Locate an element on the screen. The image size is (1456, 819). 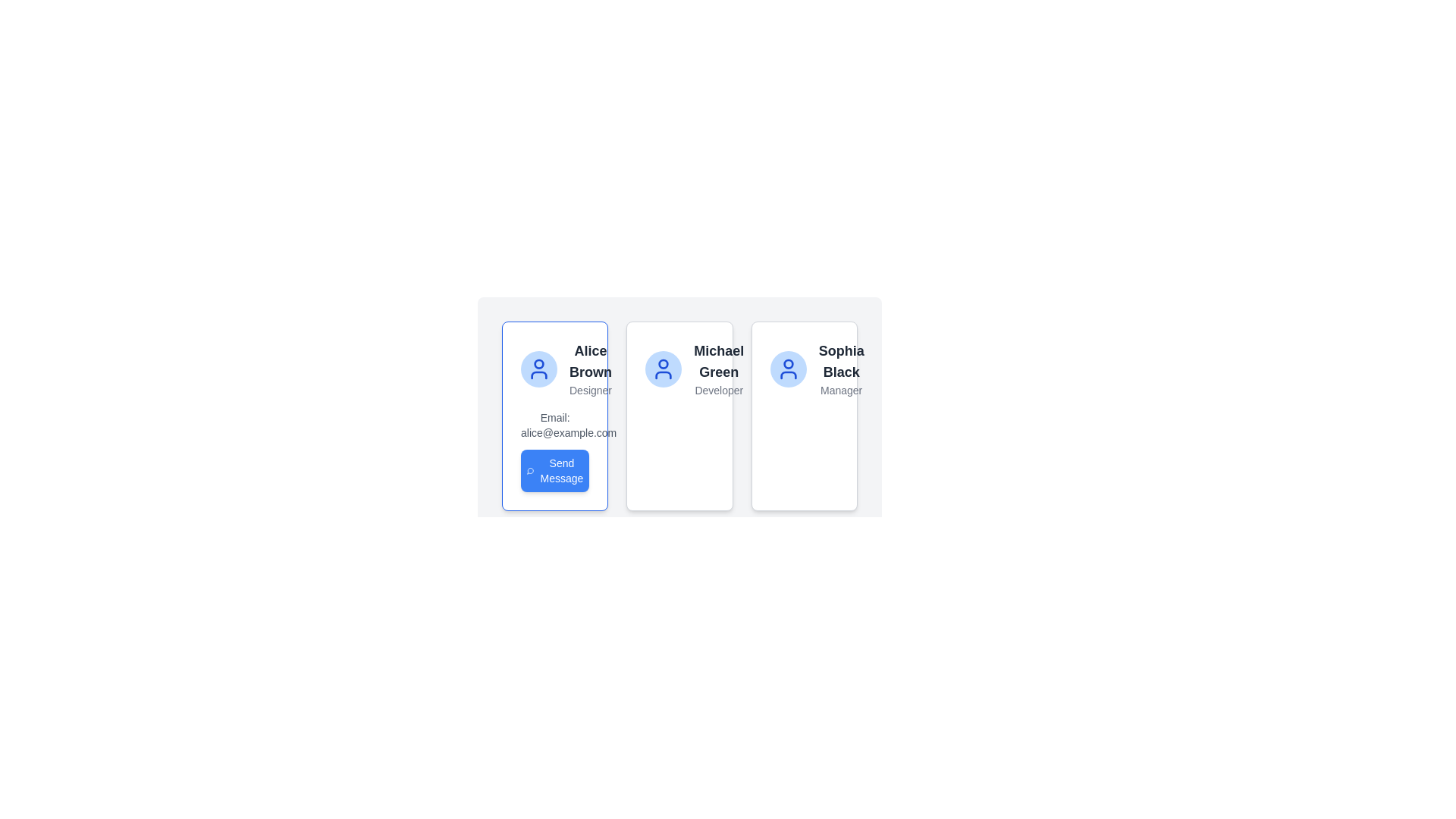
the Profile Card displaying information about 'Michael Green', which is the second card in a horizontal list of three profile cards is located at coordinates (679, 416).